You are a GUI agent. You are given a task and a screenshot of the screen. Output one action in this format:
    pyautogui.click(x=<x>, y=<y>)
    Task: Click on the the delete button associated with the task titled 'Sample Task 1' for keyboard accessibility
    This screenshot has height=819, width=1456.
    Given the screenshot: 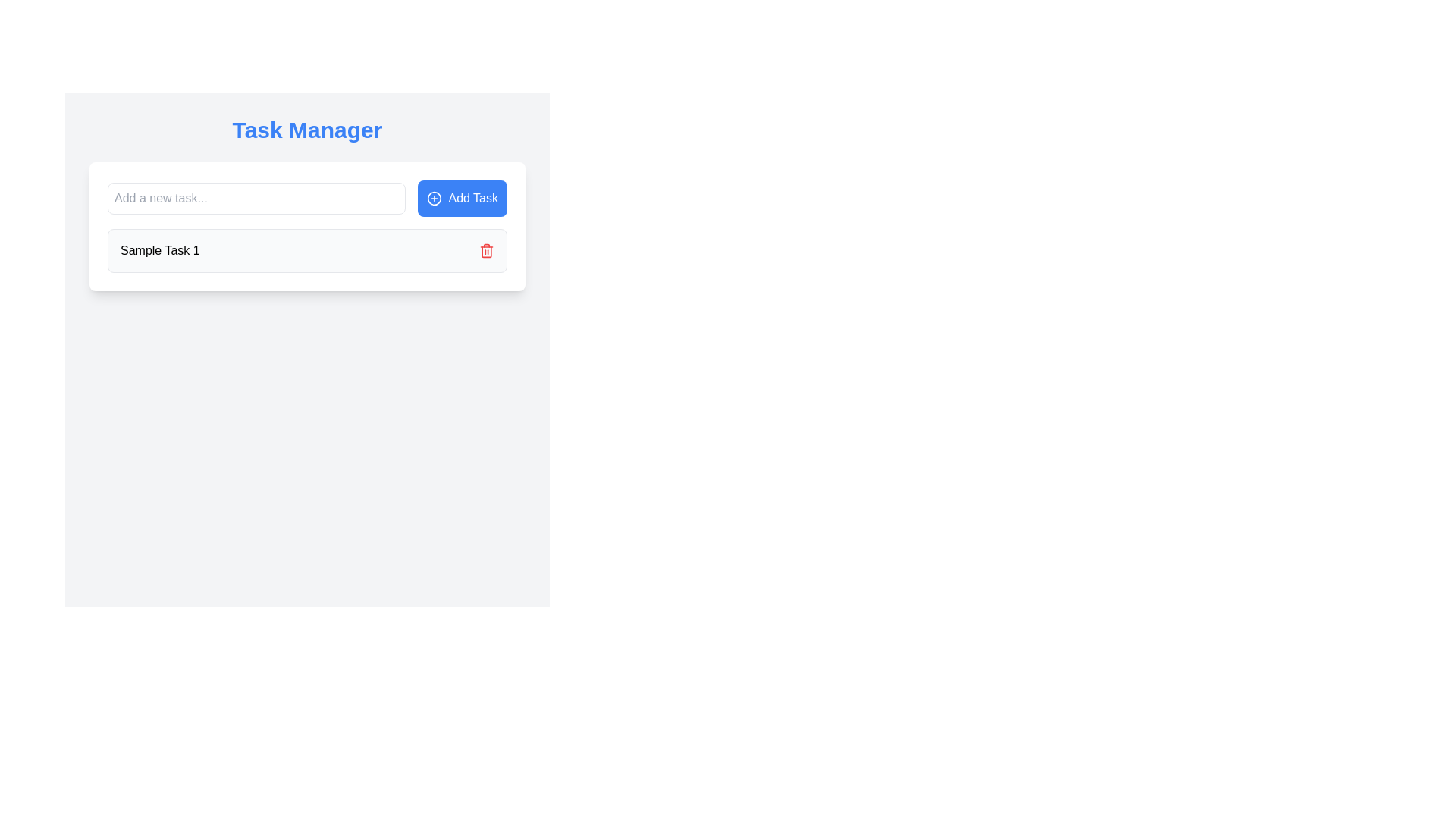 What is the action you would take?
    pyautogui.click(x=487, y=250)
    